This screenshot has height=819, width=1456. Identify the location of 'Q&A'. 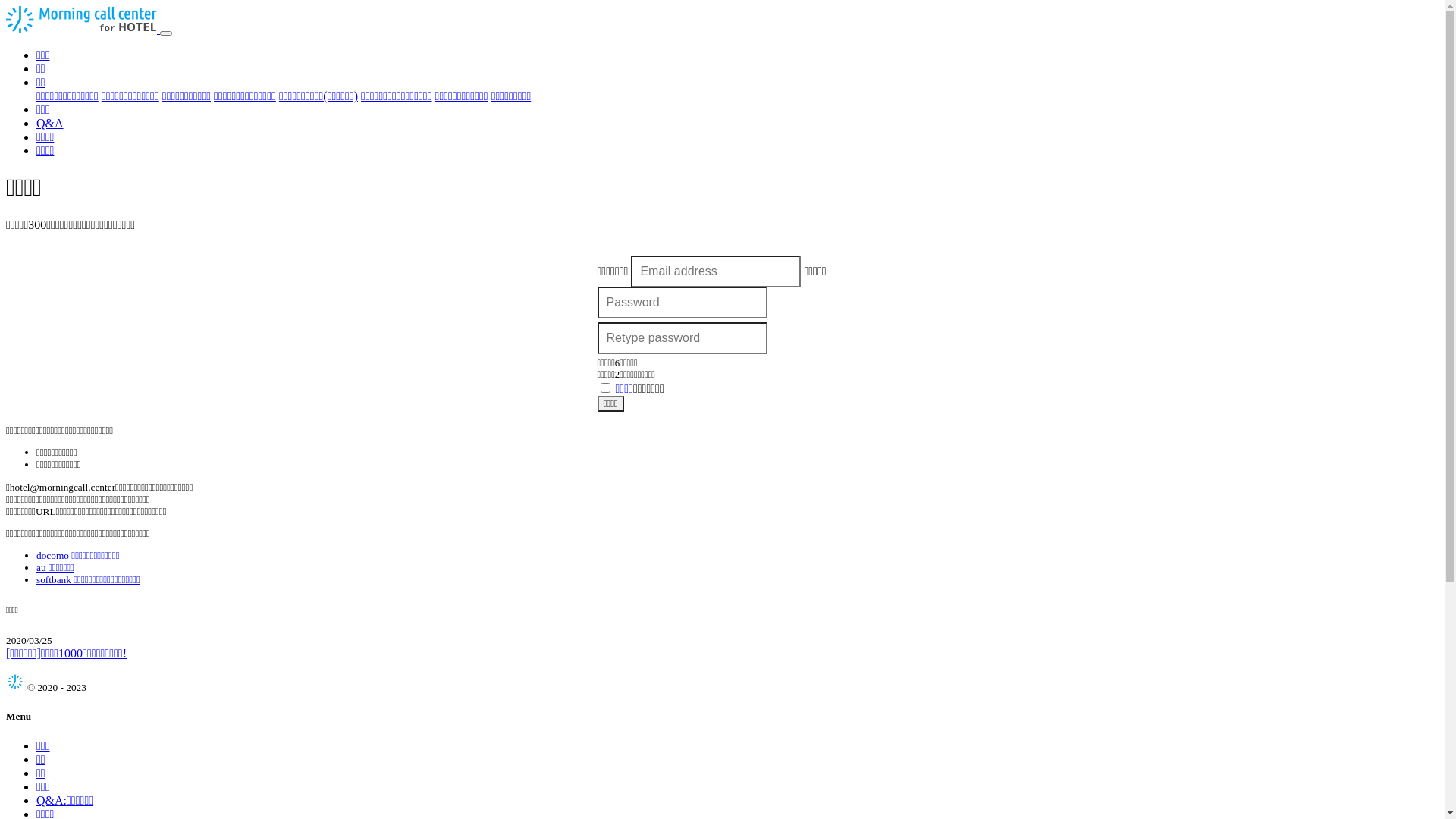
(50, 122).